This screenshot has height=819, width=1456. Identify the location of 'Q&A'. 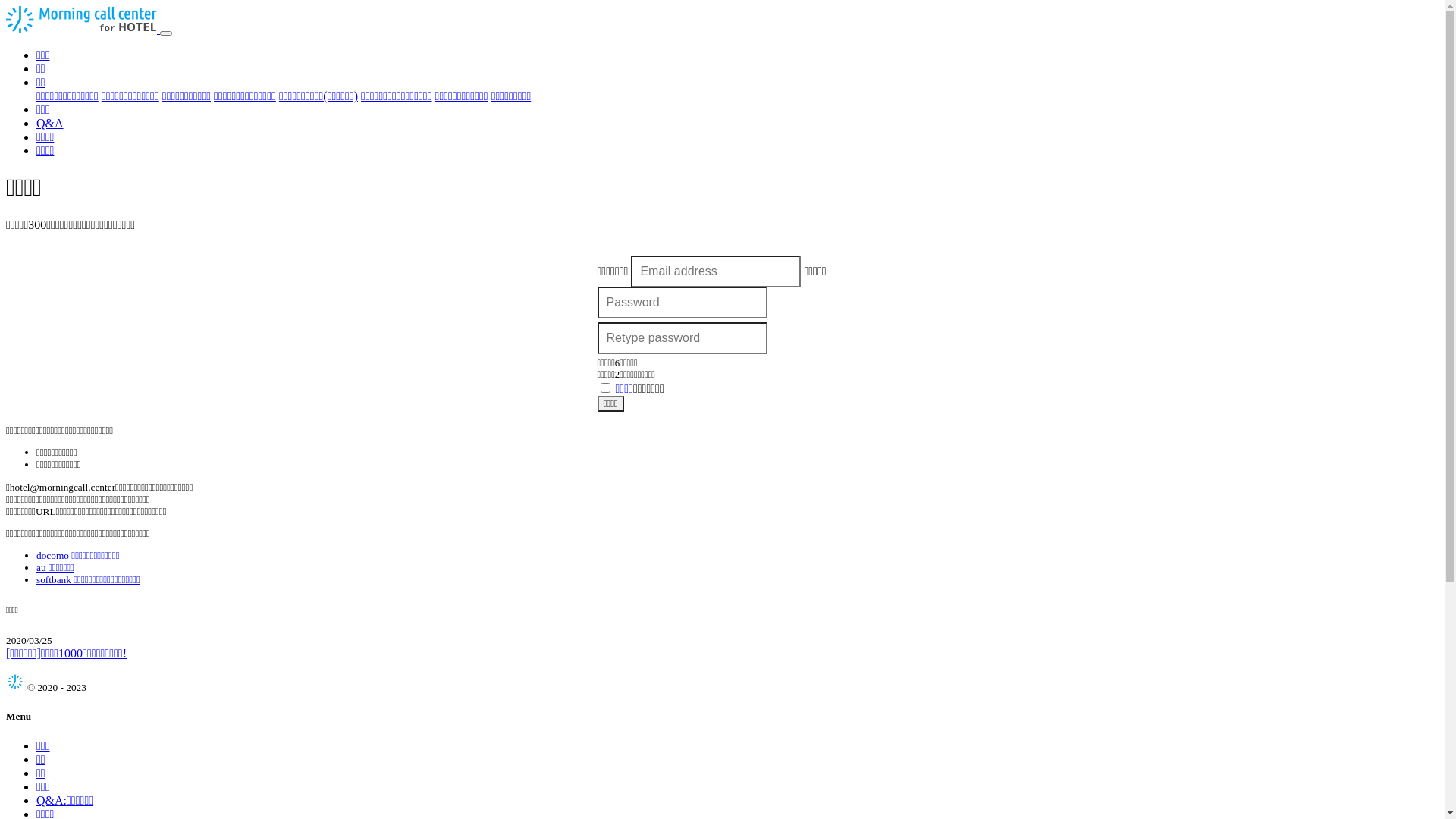
(50, 122).